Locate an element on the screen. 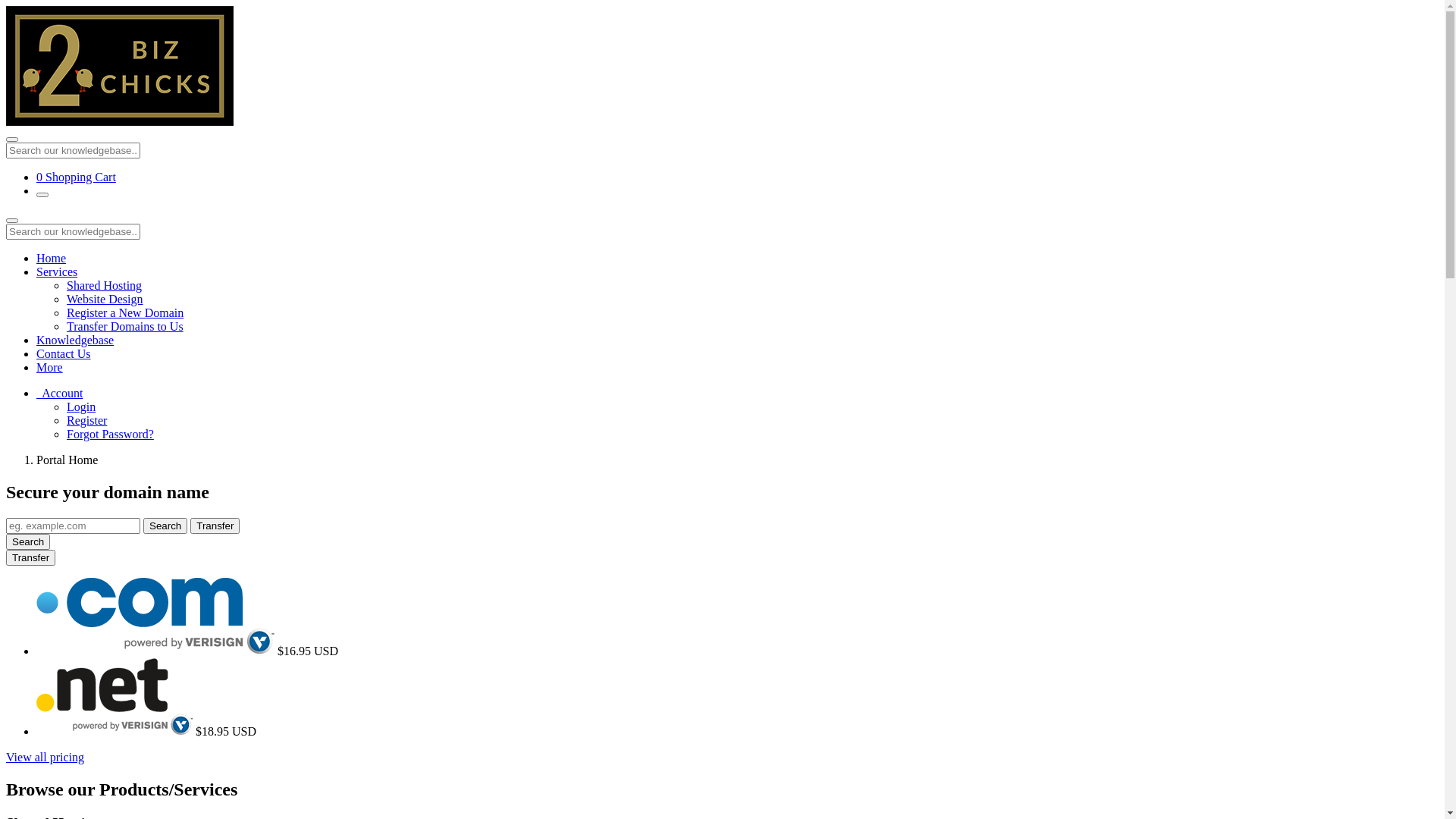 This screenshot has height=819, width=1456. 'Search' is located at coordinates (28, 541).